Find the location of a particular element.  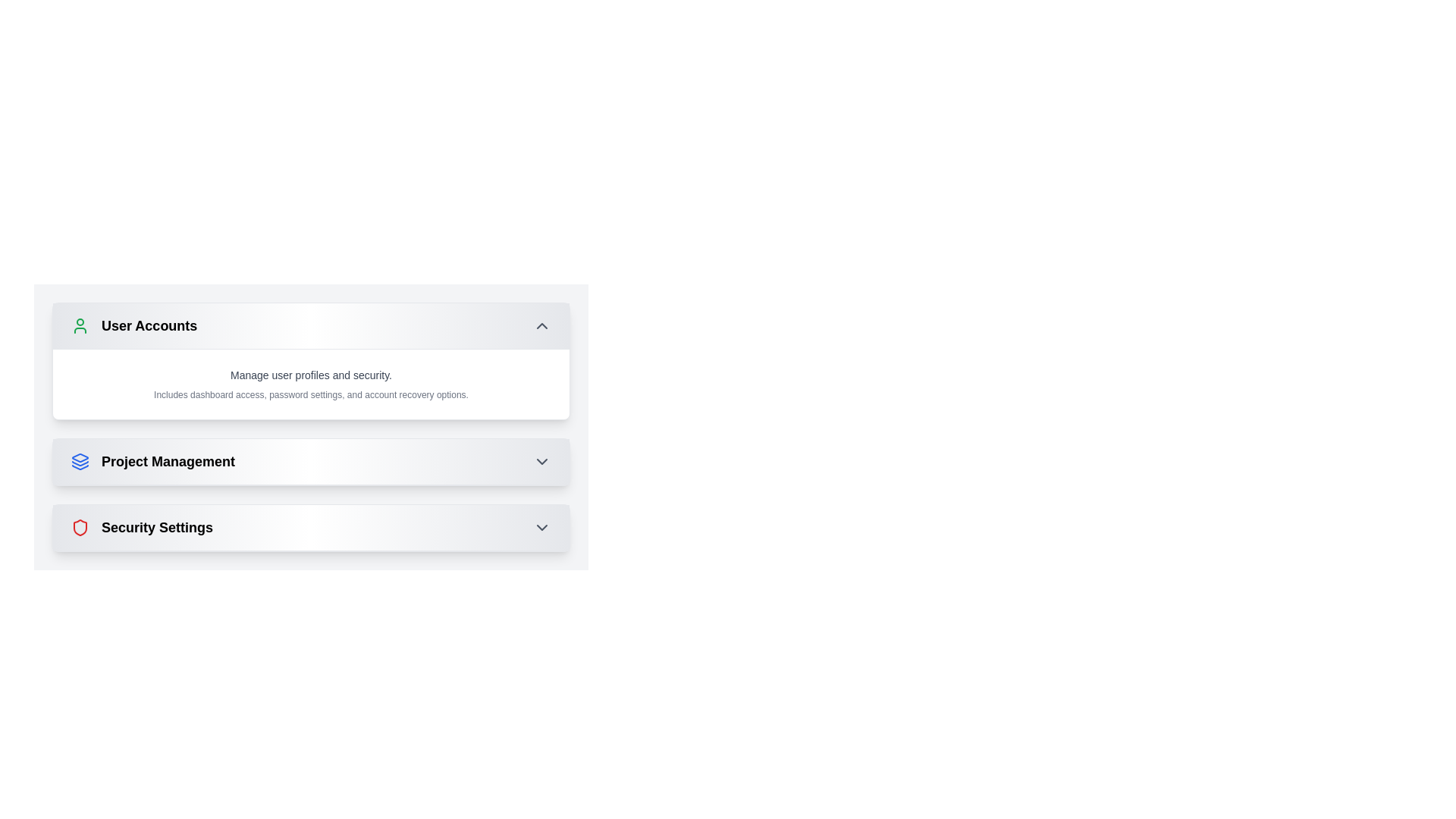

descriptive content of the 'User Accounts' card element, which is the first card in a vertical list providing access to manage user profiles, security settings, and account recovery is located at coordinates (310, 361).